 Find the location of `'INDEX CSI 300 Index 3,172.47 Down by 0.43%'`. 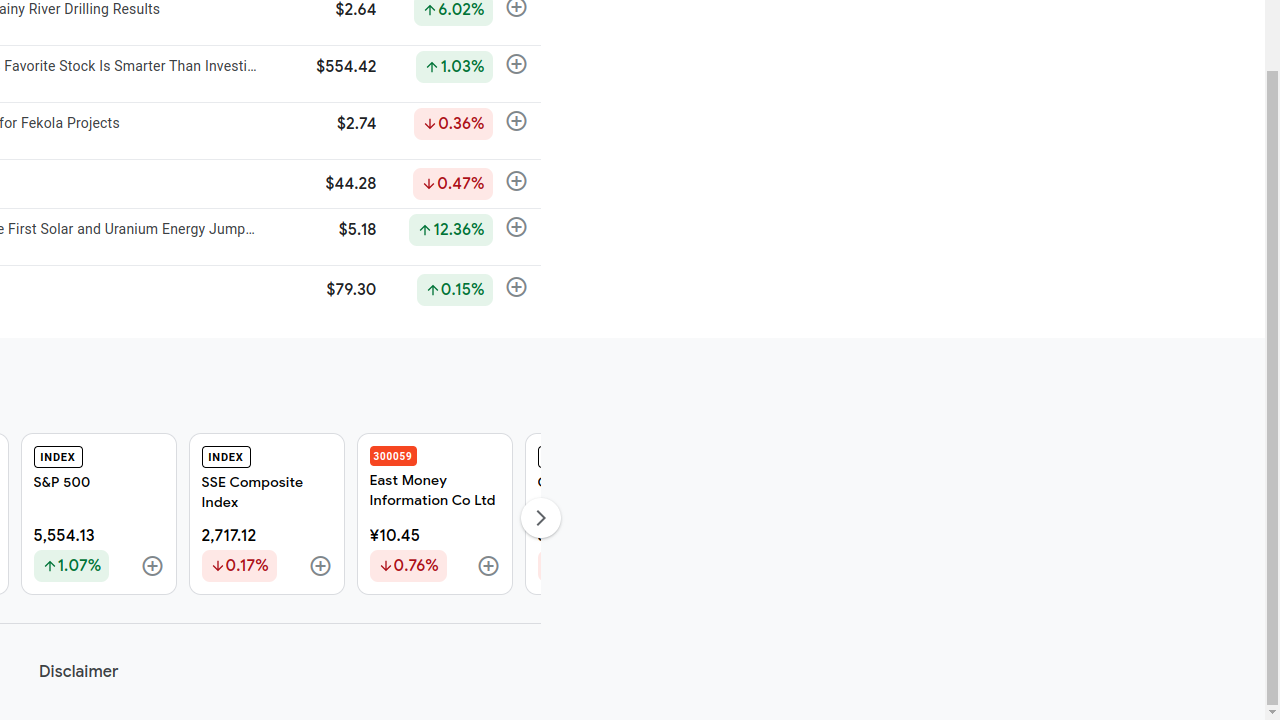

'INDEX CSI 300 Index 3,172.47 Down by 0.43%' is located at coordinates (601, 513).